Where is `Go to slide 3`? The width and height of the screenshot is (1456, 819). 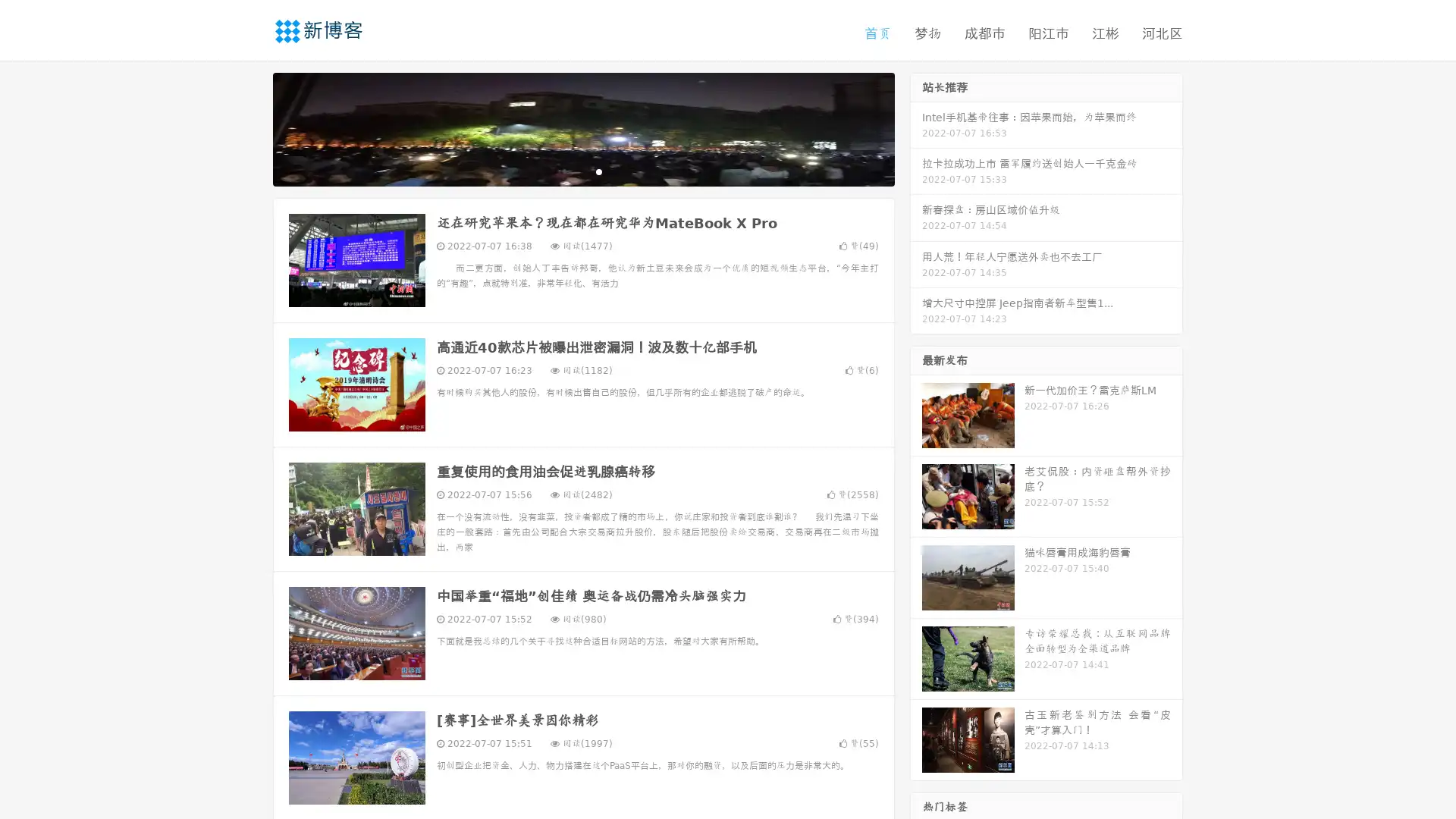
Go to slide 3 is located at coordinates (598, 171).